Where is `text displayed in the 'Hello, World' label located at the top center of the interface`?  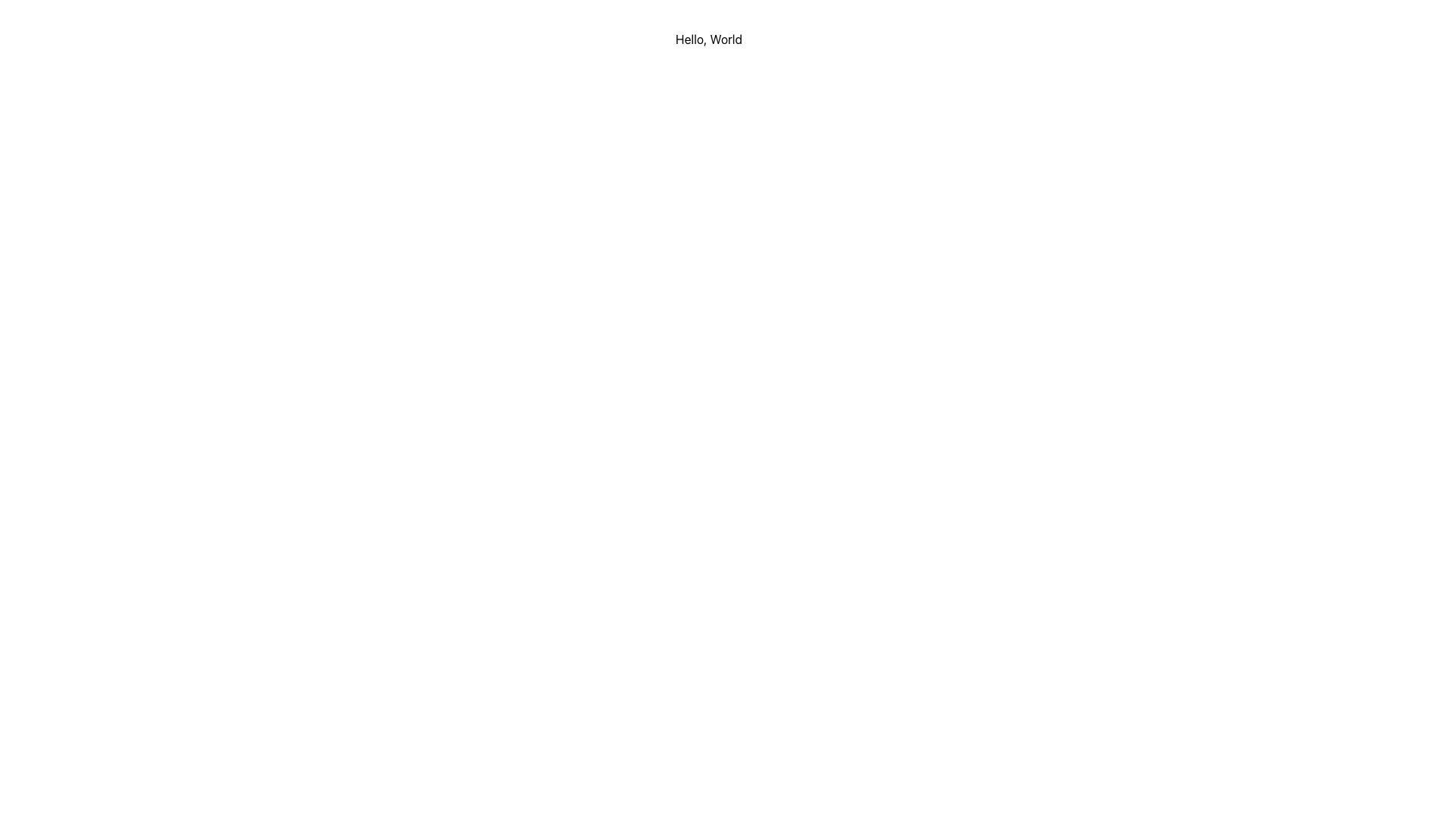 text displayed in the 'Hello, World' label located at the top center of the interface is located at coordinates (708, 38).